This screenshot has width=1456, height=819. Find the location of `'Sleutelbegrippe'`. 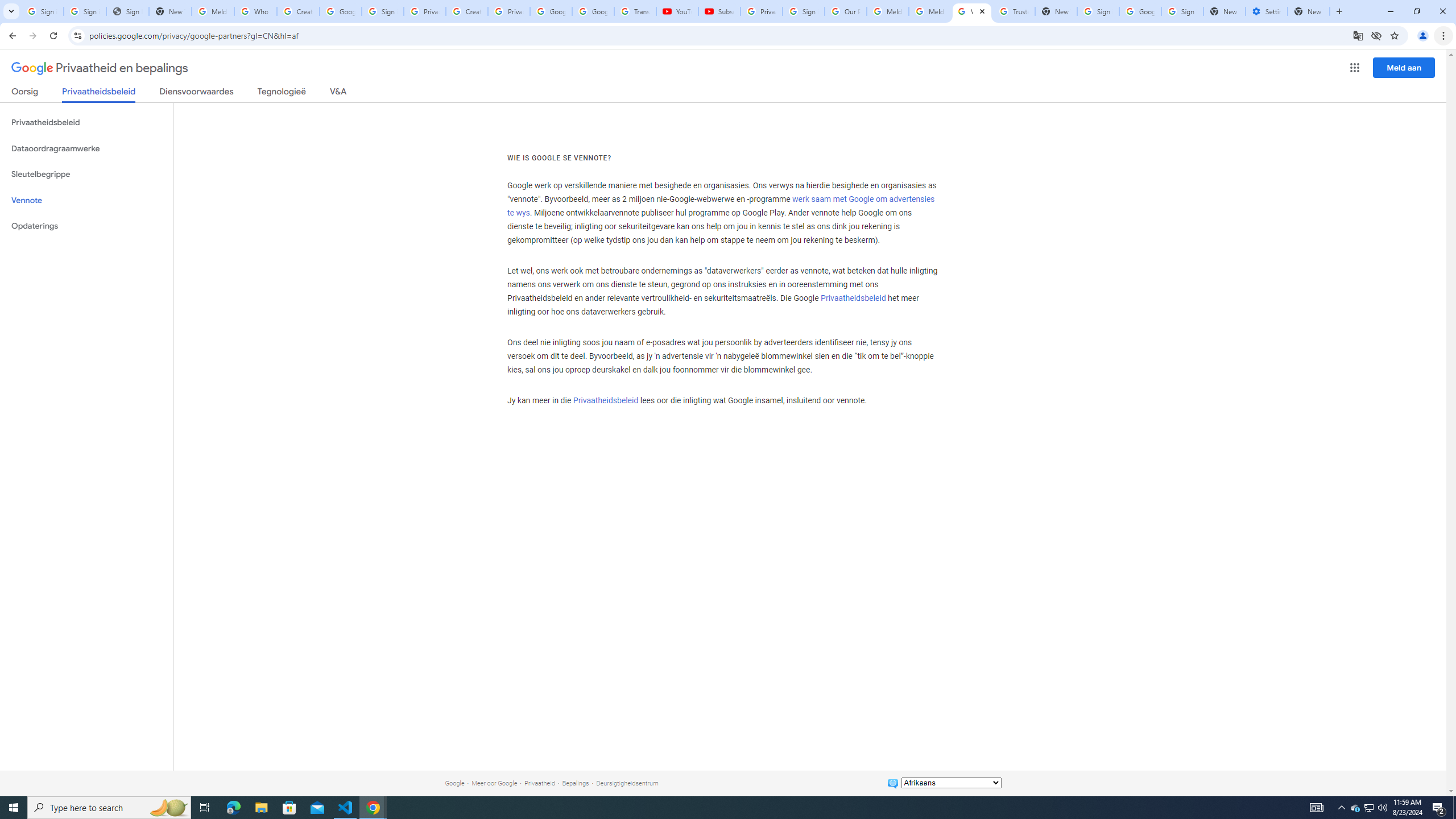

'Sleutelbegrippe' is located at coordinates (86, 174).